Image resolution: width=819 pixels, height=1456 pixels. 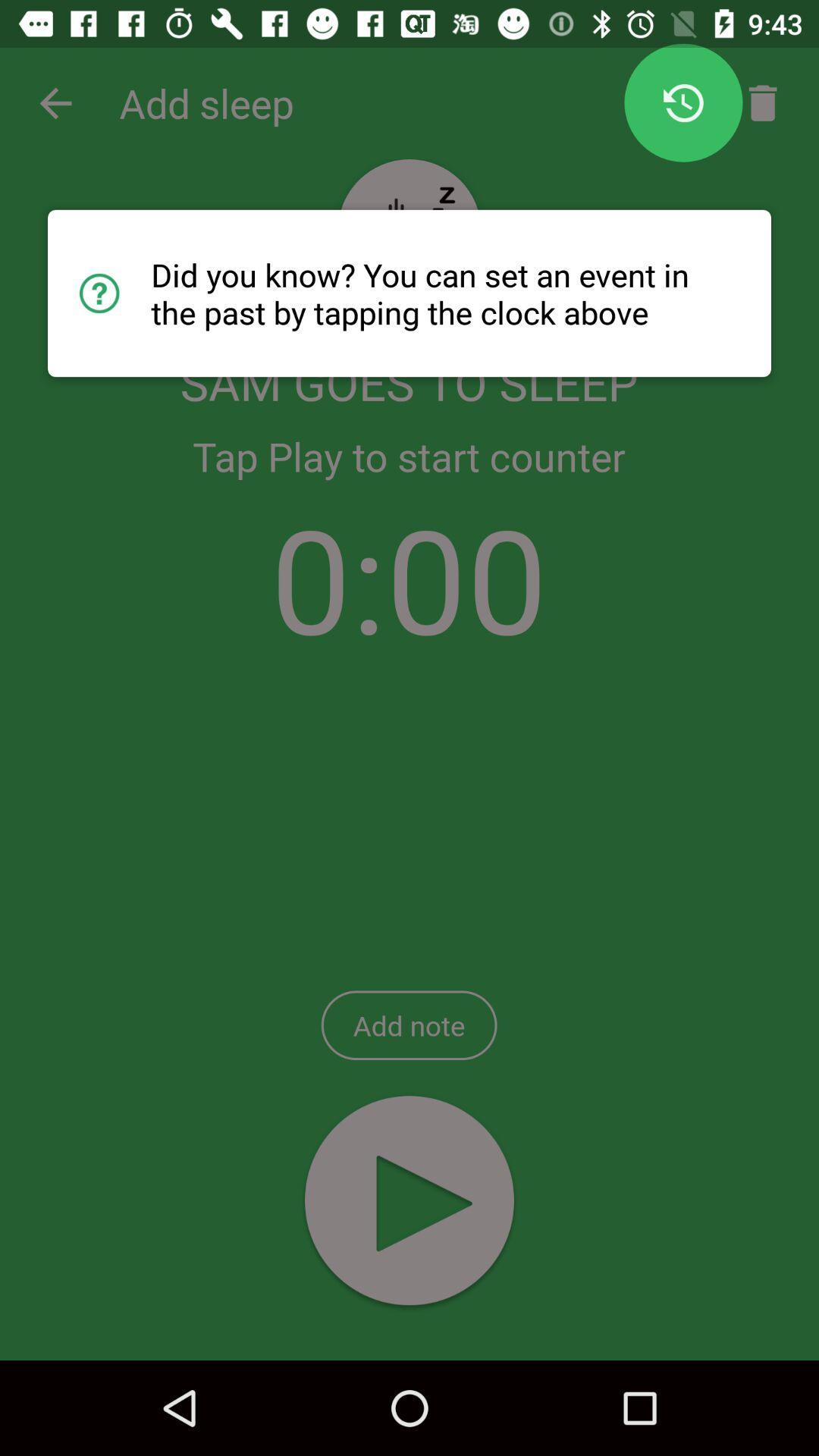 What do you see at coordinates (408, 577) in the screenshot?
I see `the 0:00 item` at bounding box center [408, 577].